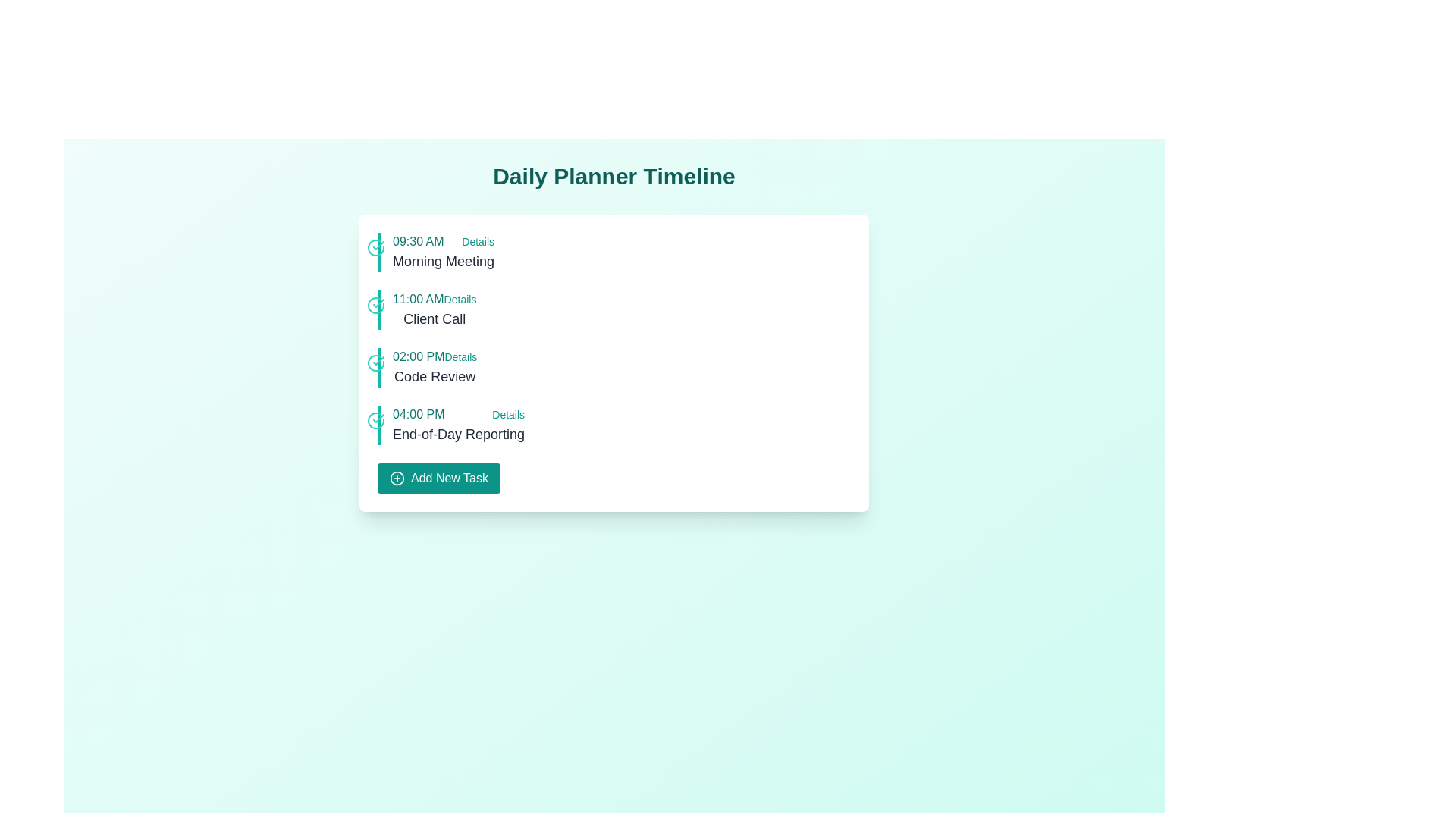  I want to click on the hyperlink in the fourth row of the 'Daily Planner Timeline' section, so click(508, 415).